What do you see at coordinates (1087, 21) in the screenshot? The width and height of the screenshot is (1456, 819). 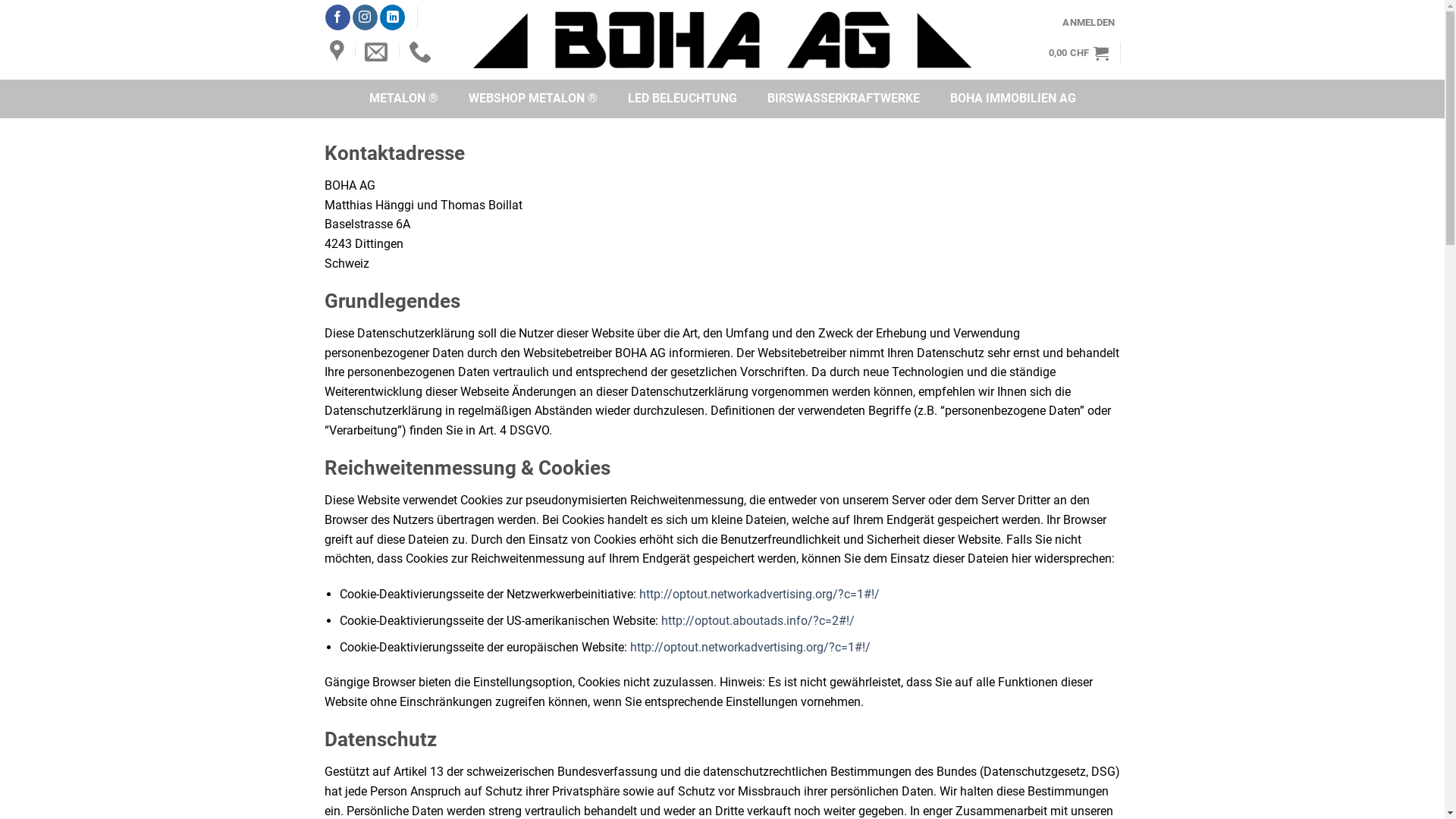 I see `'ANMELDEN'` at bounding box center [1087, 21].